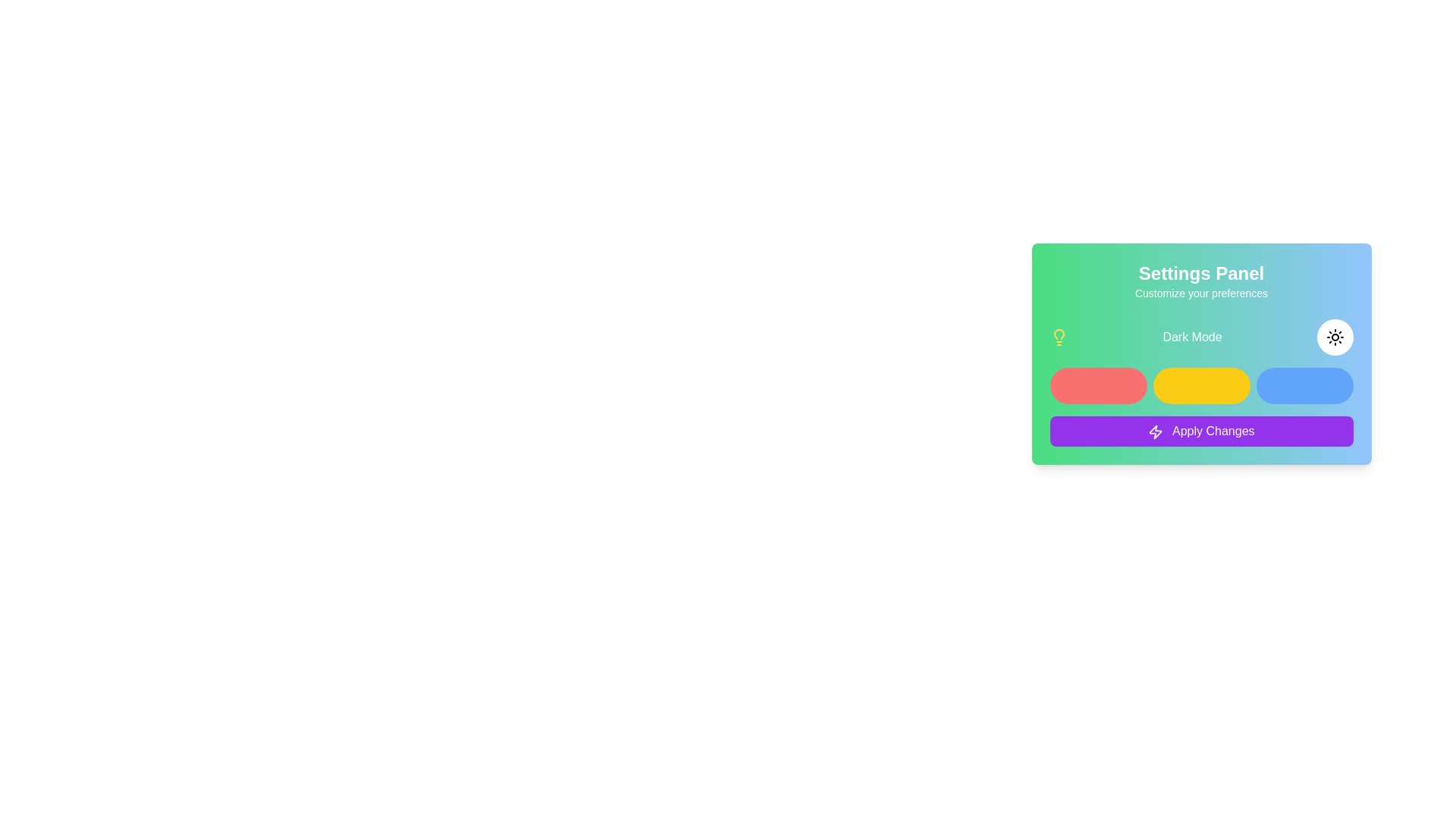  I want to click on the Toggle option bar labeled 'Dark Mode', so click(1200, 336).